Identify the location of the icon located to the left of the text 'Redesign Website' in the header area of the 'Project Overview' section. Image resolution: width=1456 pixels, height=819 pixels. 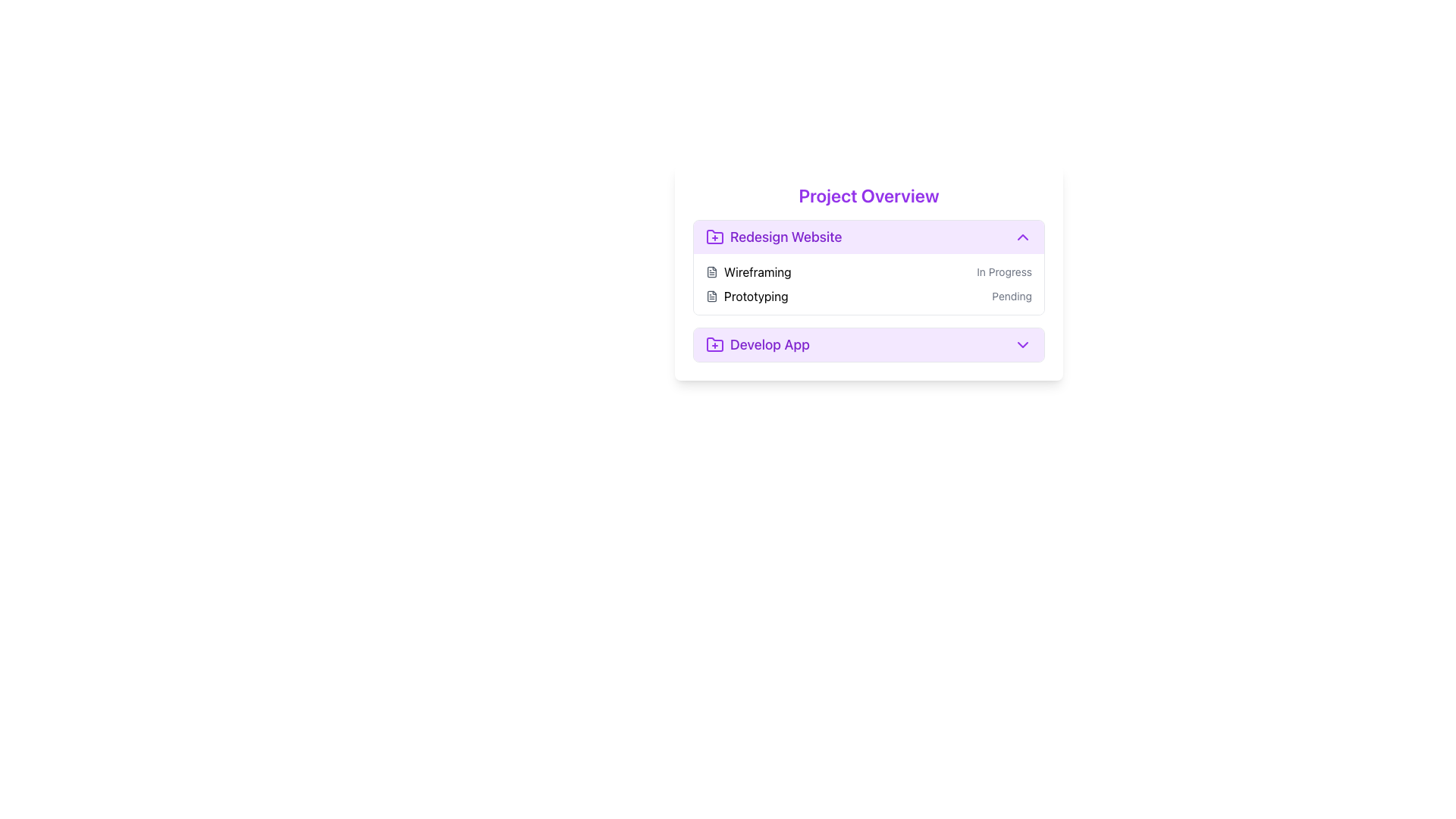
(714, 237).